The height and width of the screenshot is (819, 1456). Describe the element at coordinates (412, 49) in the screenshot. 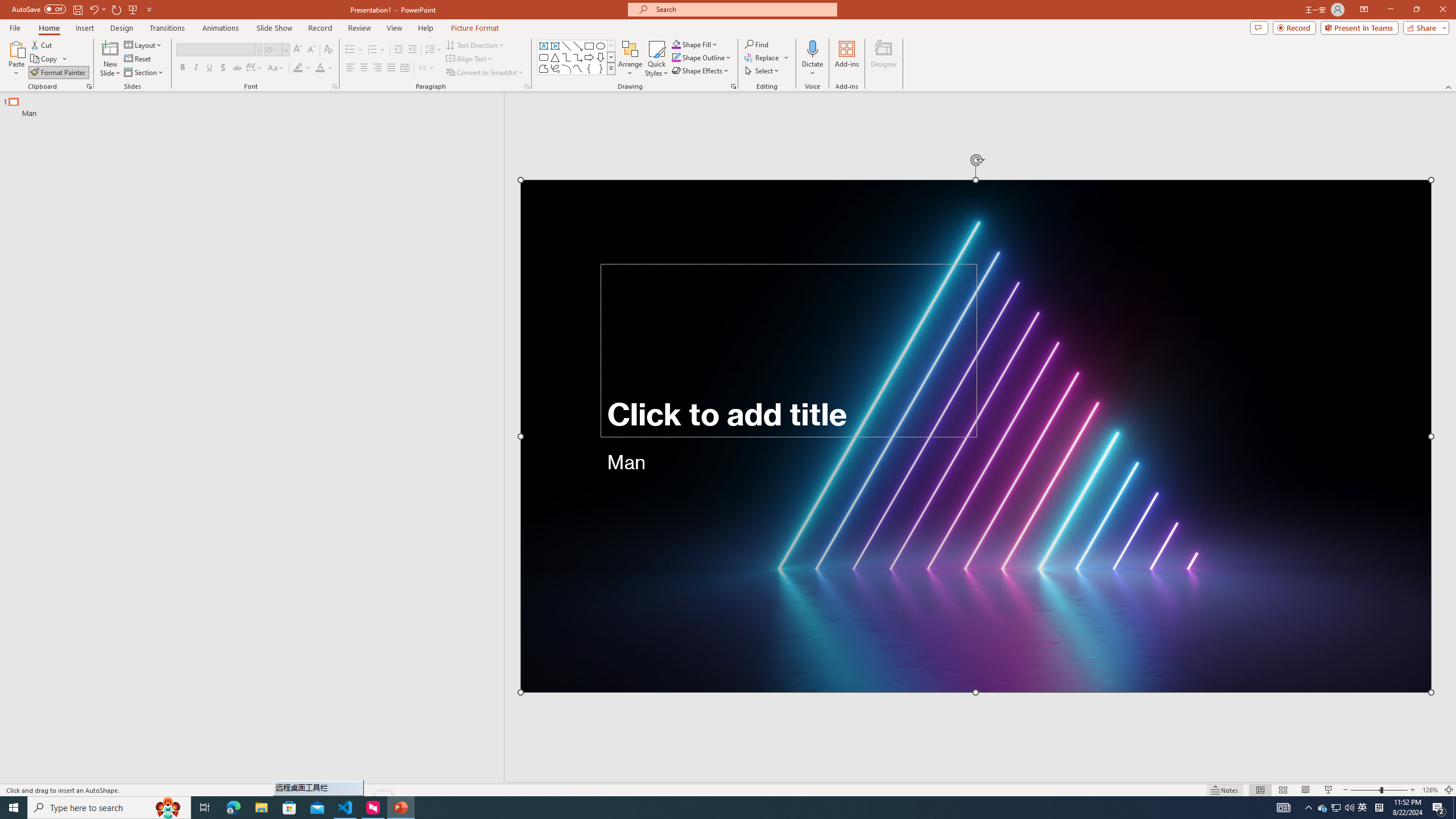

I see `'Increase Indent'` at that location.